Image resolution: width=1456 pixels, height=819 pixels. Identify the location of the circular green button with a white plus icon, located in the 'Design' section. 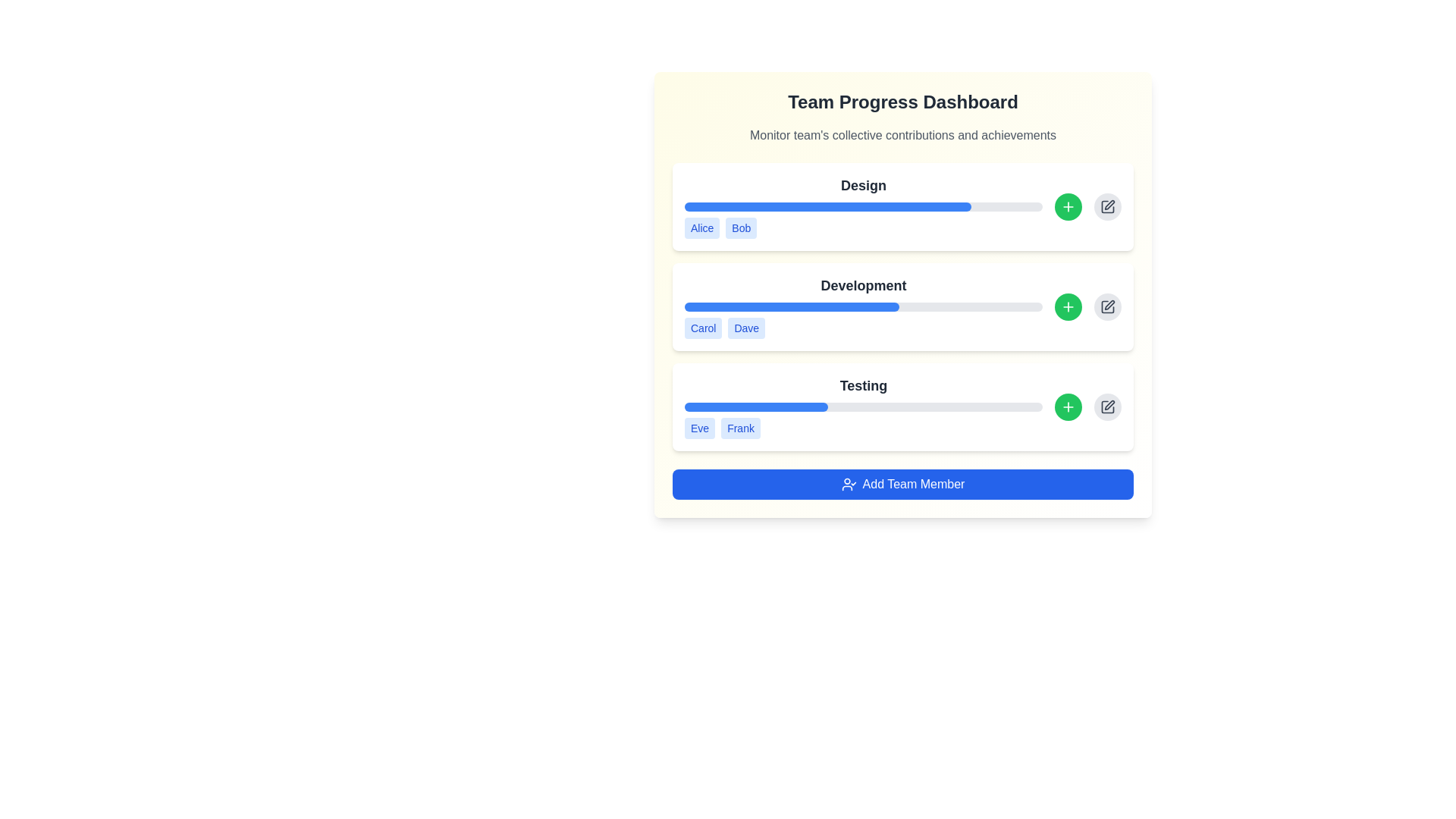
(1068, 207).